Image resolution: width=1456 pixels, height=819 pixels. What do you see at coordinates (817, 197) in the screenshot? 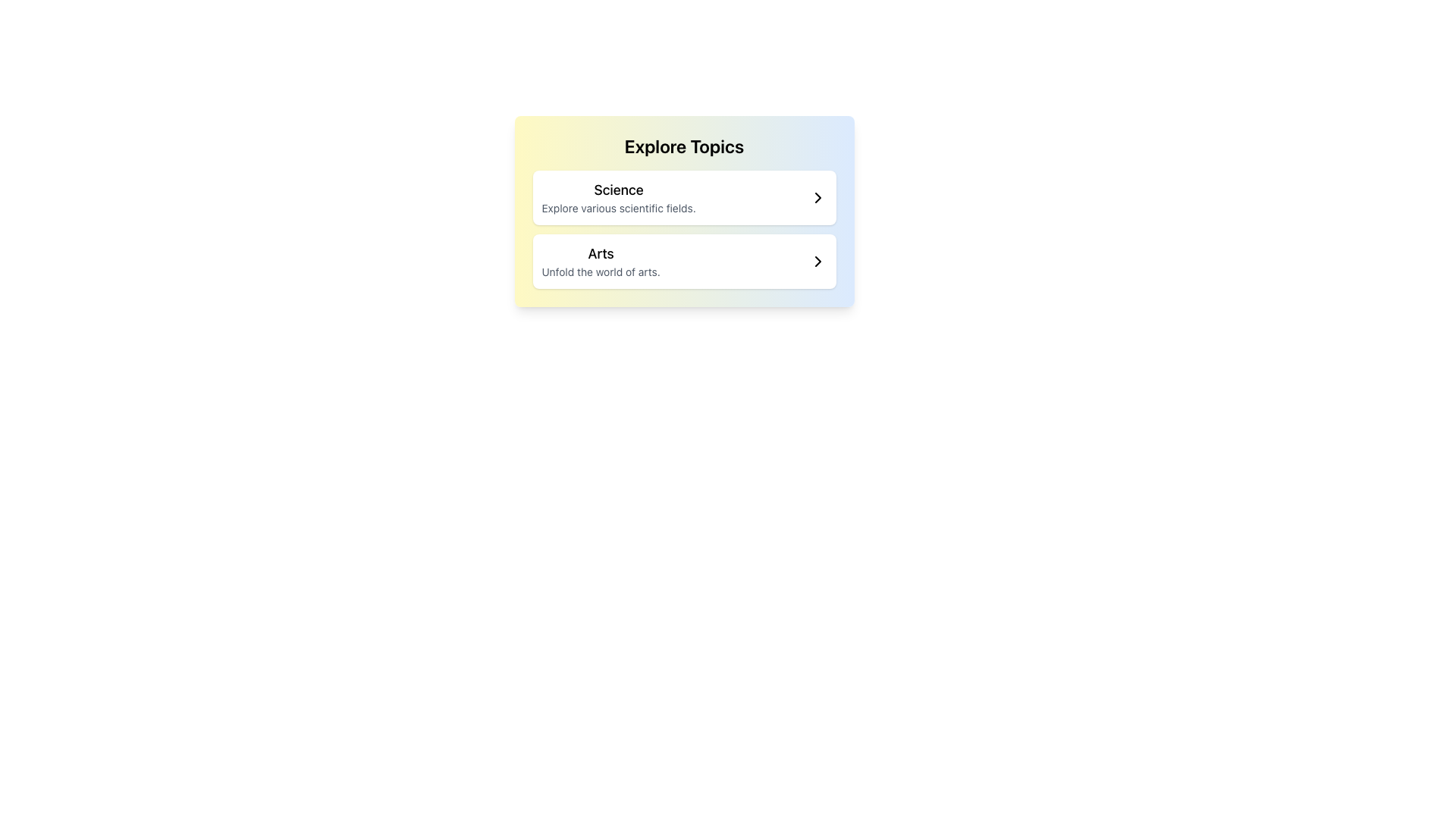
I see `the chevron icon in the rightmost section of the 'Science' row` at bounding box center [817, 197].